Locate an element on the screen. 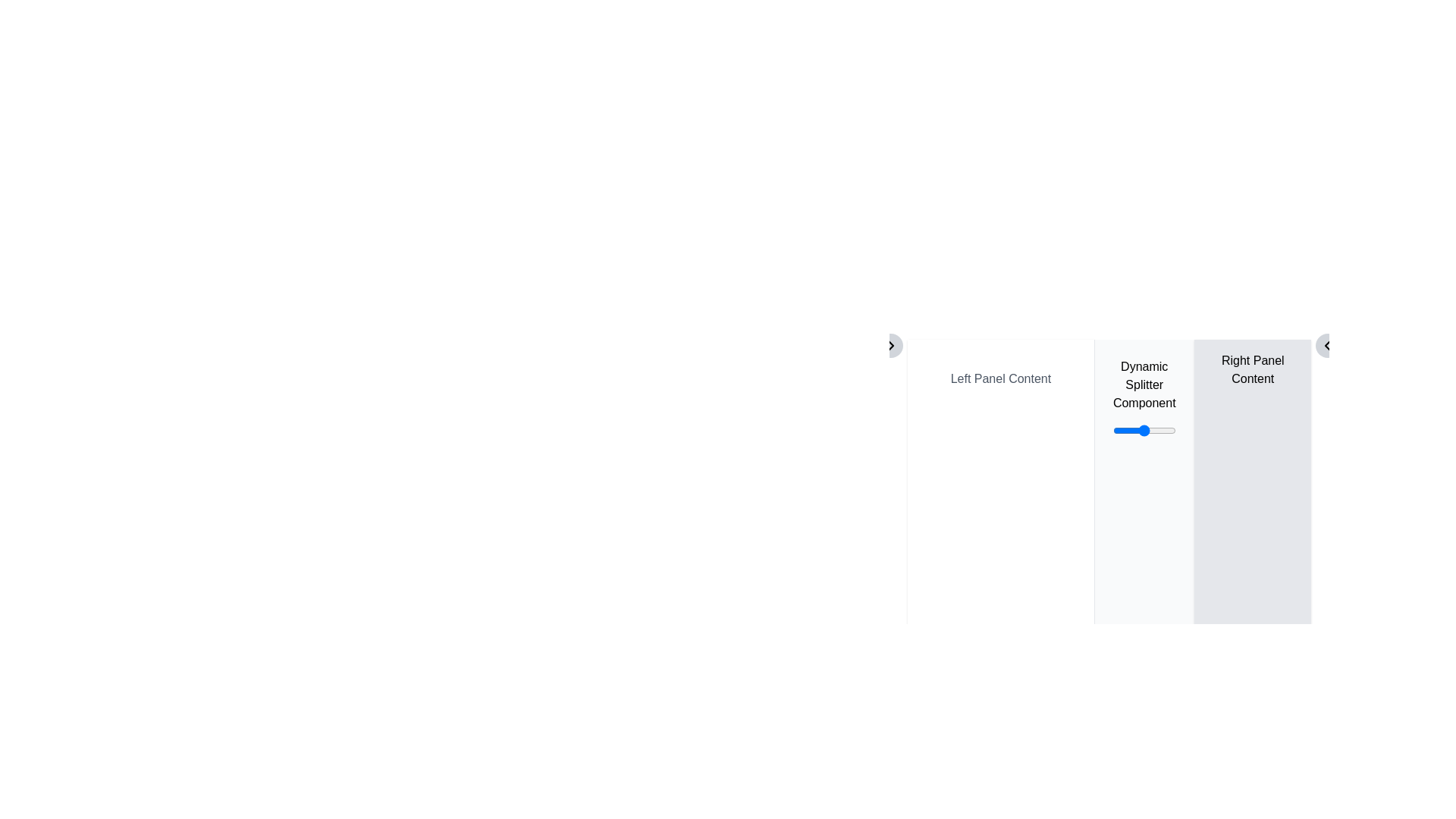  the slider value is located at coordinates (1122, 430).